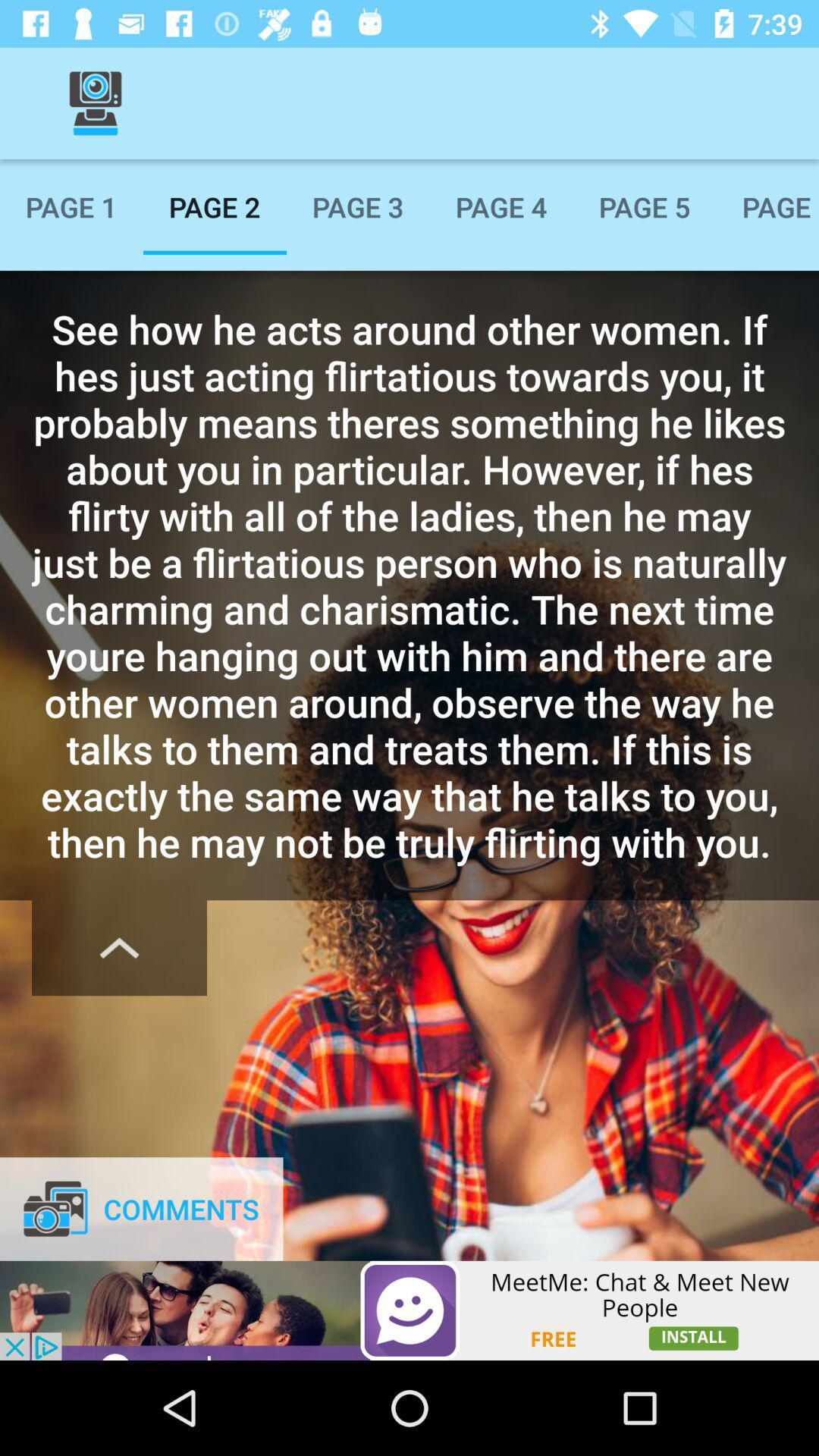 This screenshot has height=1456, width=819. What do you see at coordinates (118, 947) in the screenshot?
I see `collapse` at bounding box center [118, 947].